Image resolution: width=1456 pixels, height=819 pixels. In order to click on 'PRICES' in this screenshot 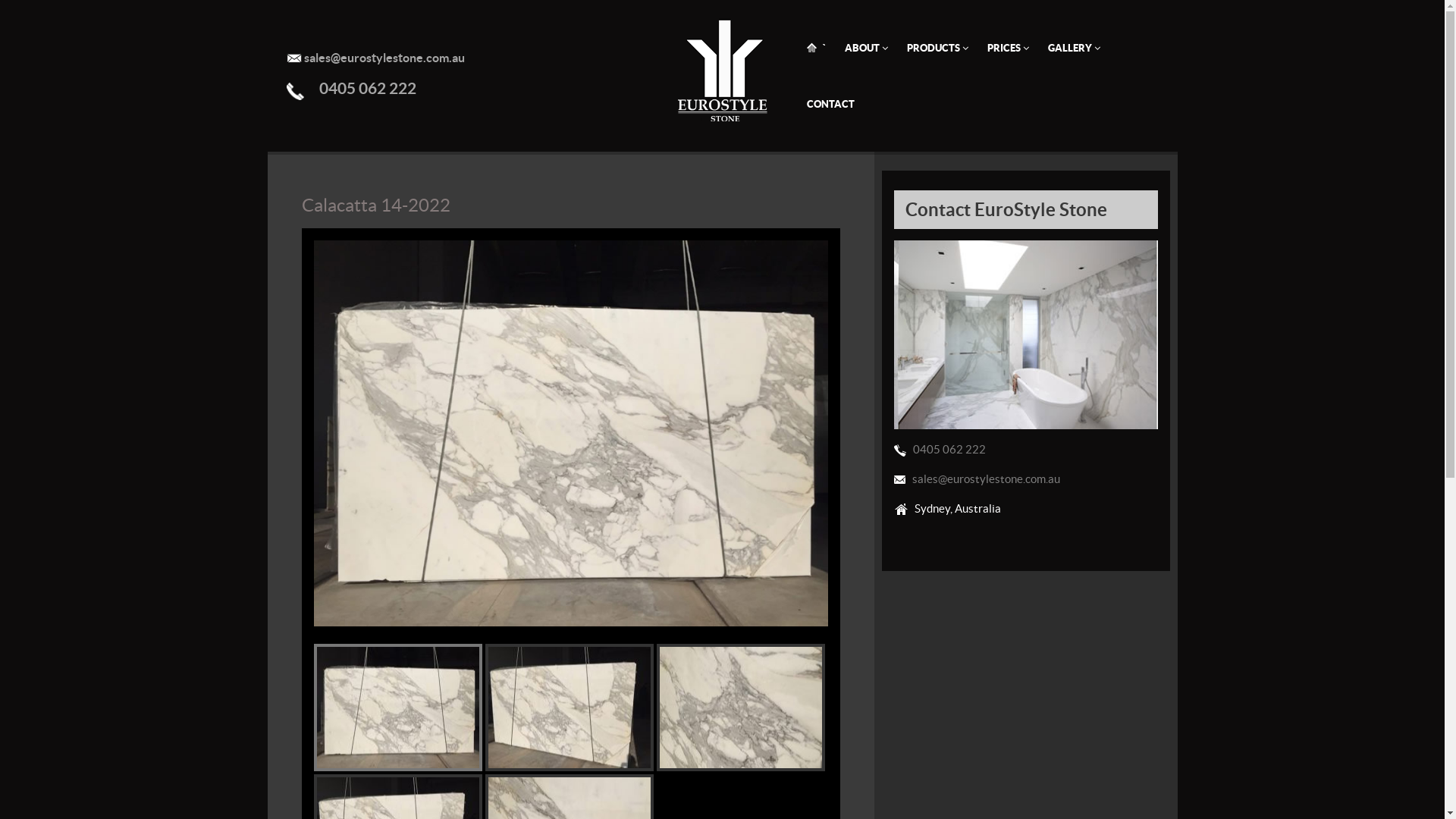, I will do `click(1008, 47)`.